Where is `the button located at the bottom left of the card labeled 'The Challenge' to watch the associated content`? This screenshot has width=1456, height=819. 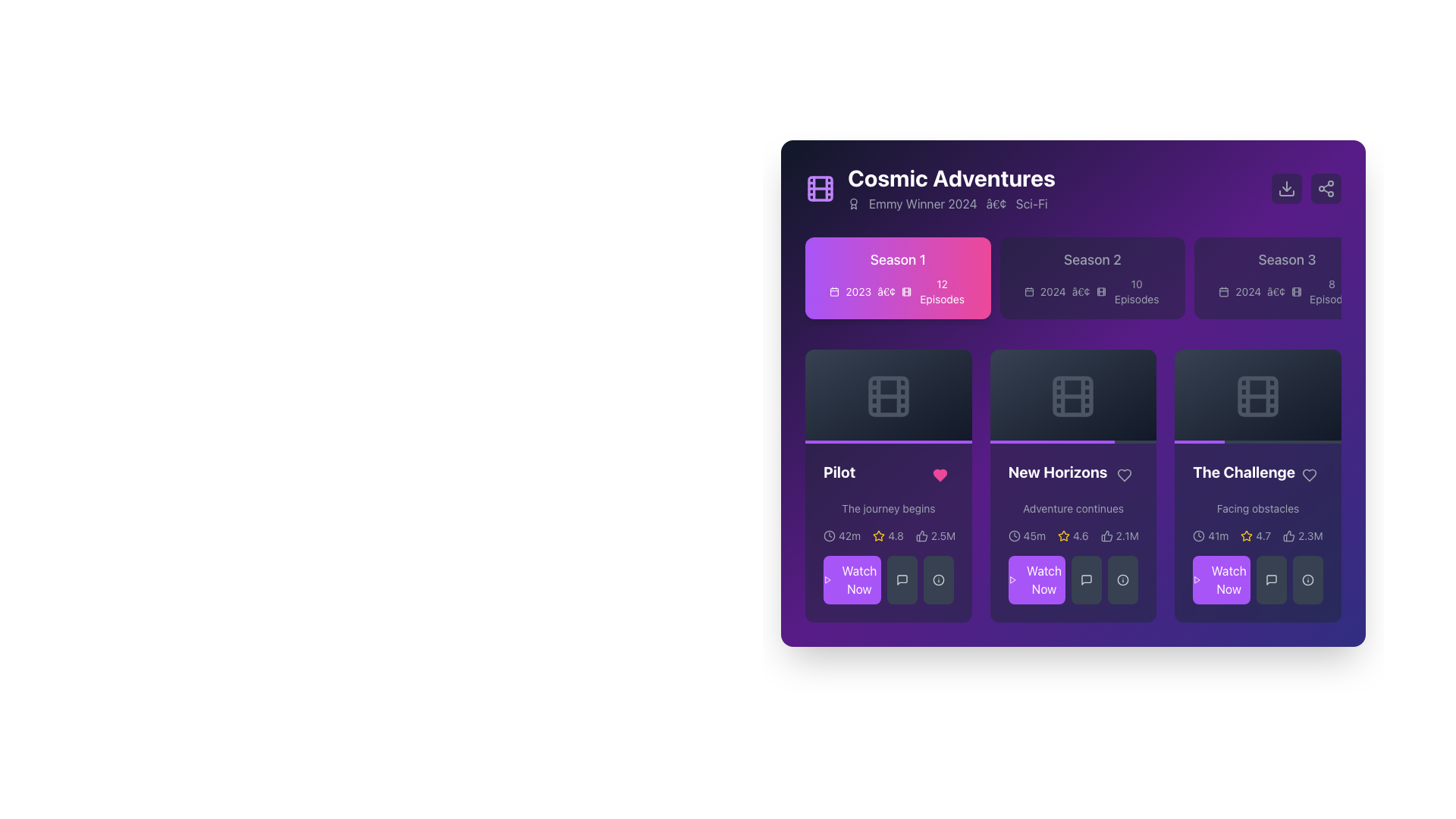
the button located at the bottom left of the card labeled 'The Challenge' to watch the associated content is located at coordinates (1258, 579).